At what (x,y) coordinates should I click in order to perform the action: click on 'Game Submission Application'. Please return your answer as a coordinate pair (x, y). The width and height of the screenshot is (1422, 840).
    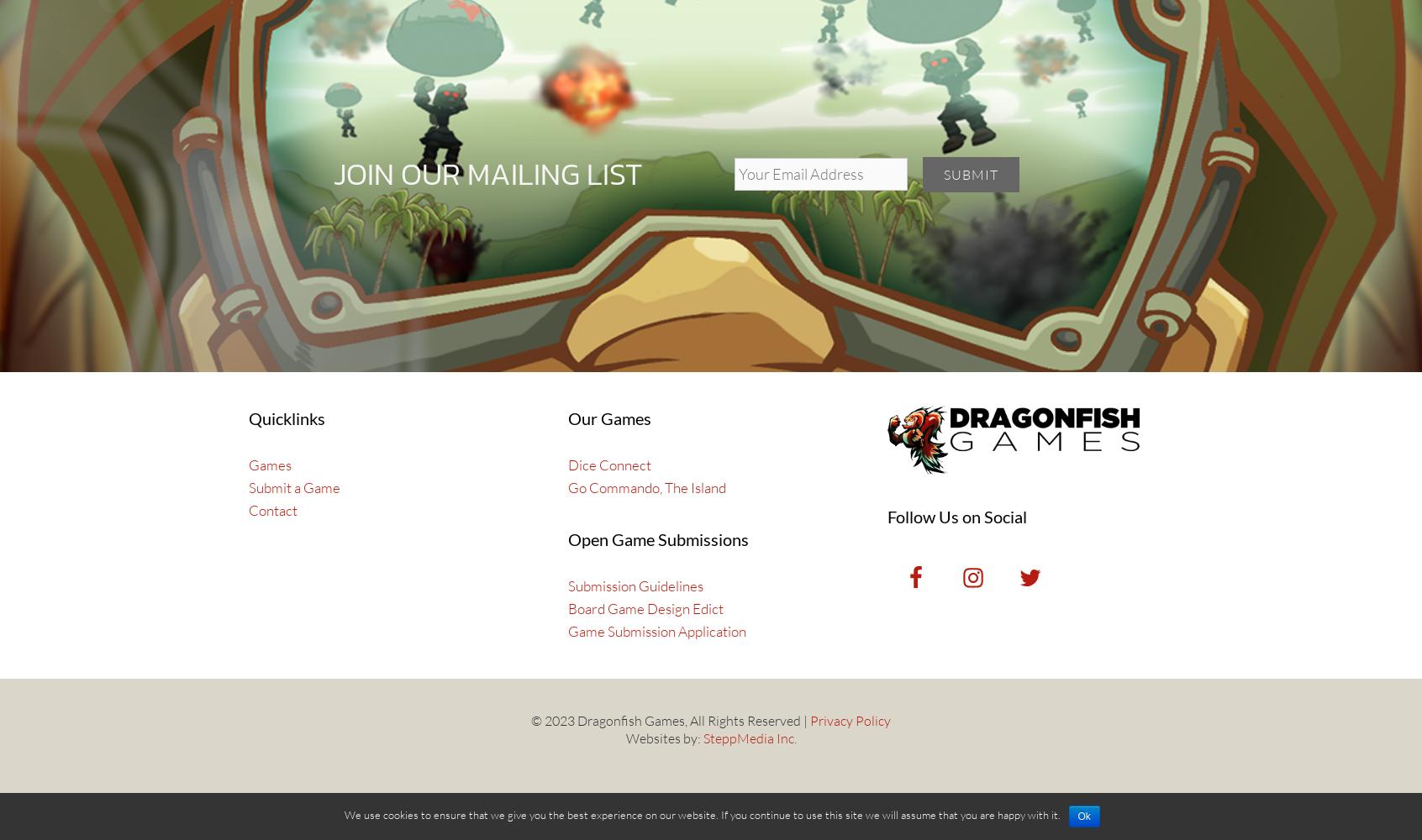
    Looking at the image, I should click on (656, 631).